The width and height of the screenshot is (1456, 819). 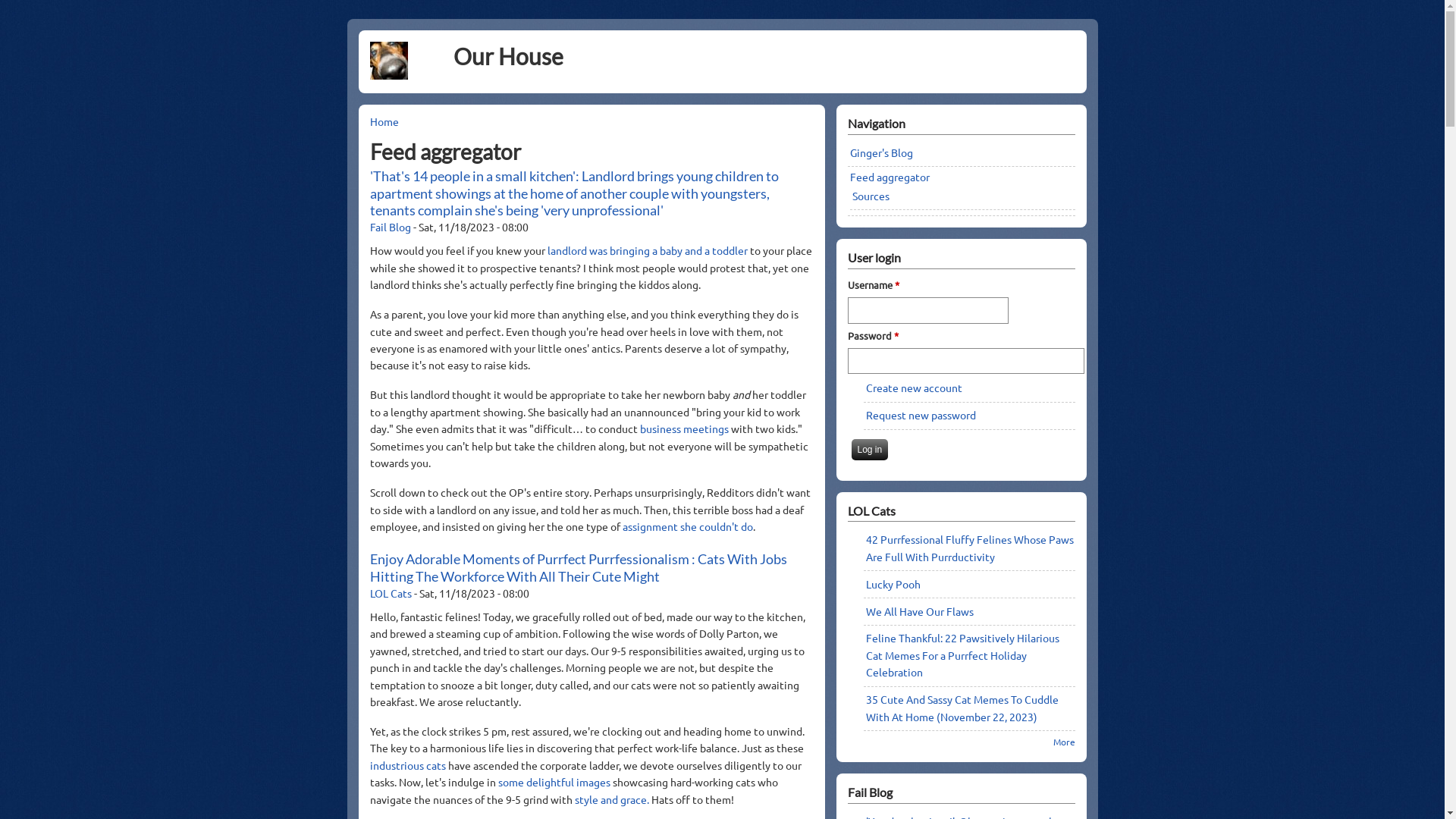 What do you see at coordinates (391, 592) in the screenshot?
I see `'LOL Cats'` at bounding box center [391, 592].